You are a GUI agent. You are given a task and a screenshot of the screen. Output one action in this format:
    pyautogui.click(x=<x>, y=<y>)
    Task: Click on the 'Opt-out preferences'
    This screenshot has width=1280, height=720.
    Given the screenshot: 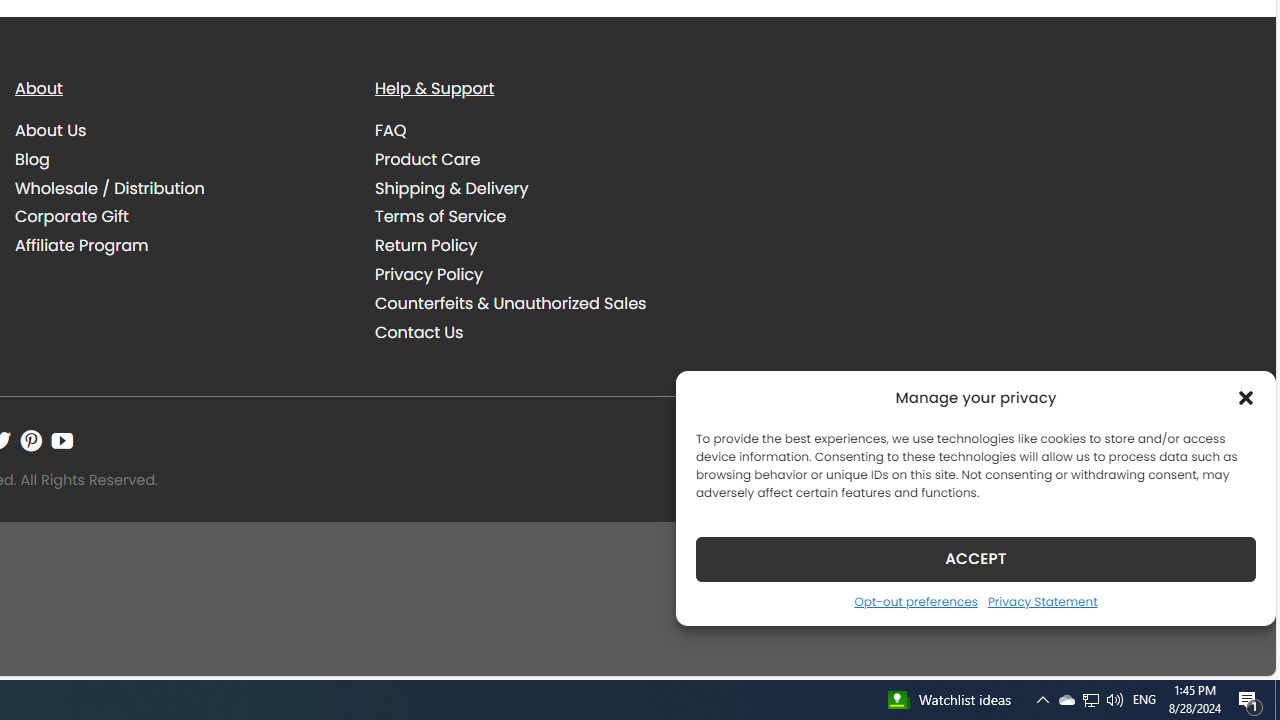 What is the action you would take?
    pyautogui.click(x=914, y=600)
    